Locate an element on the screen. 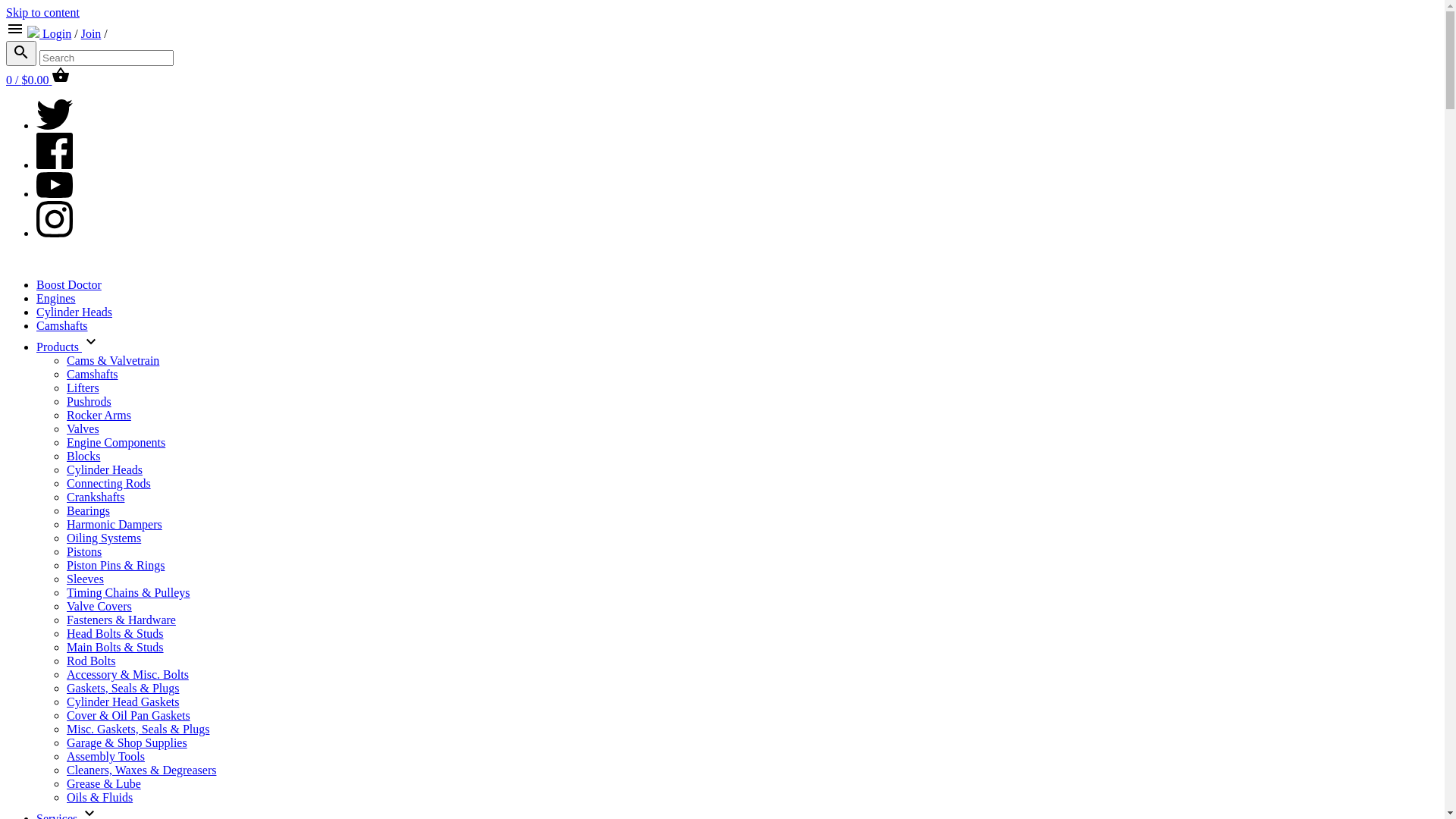 Image resolution: width=1456 pixels, height=819 pixels. 'Harmonic Dampers' is located at coordinates (113, 523).